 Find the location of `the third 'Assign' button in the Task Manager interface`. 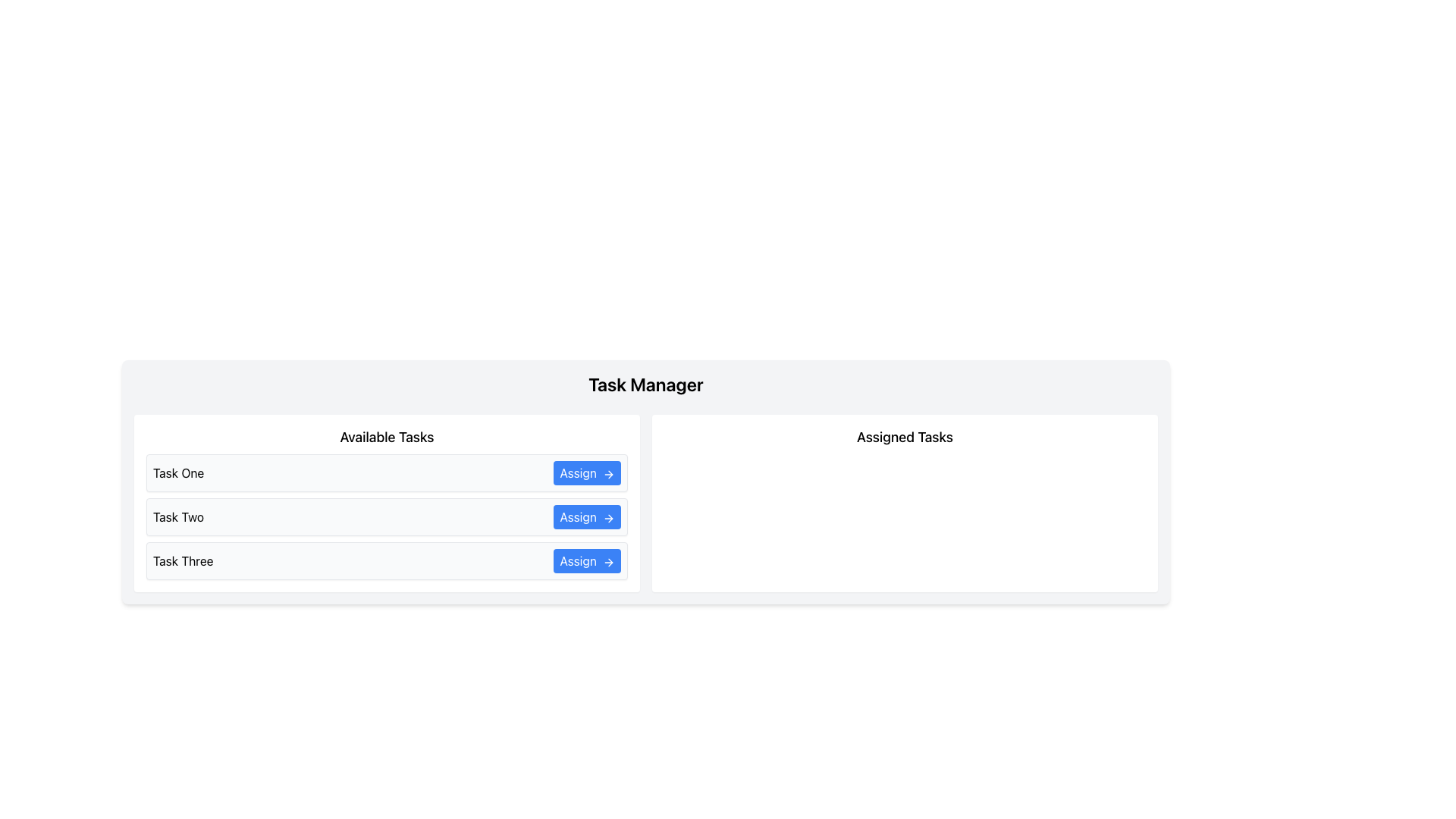

the third 'Assign' button in the Task Manager interface is located at coordinates (586, 561).